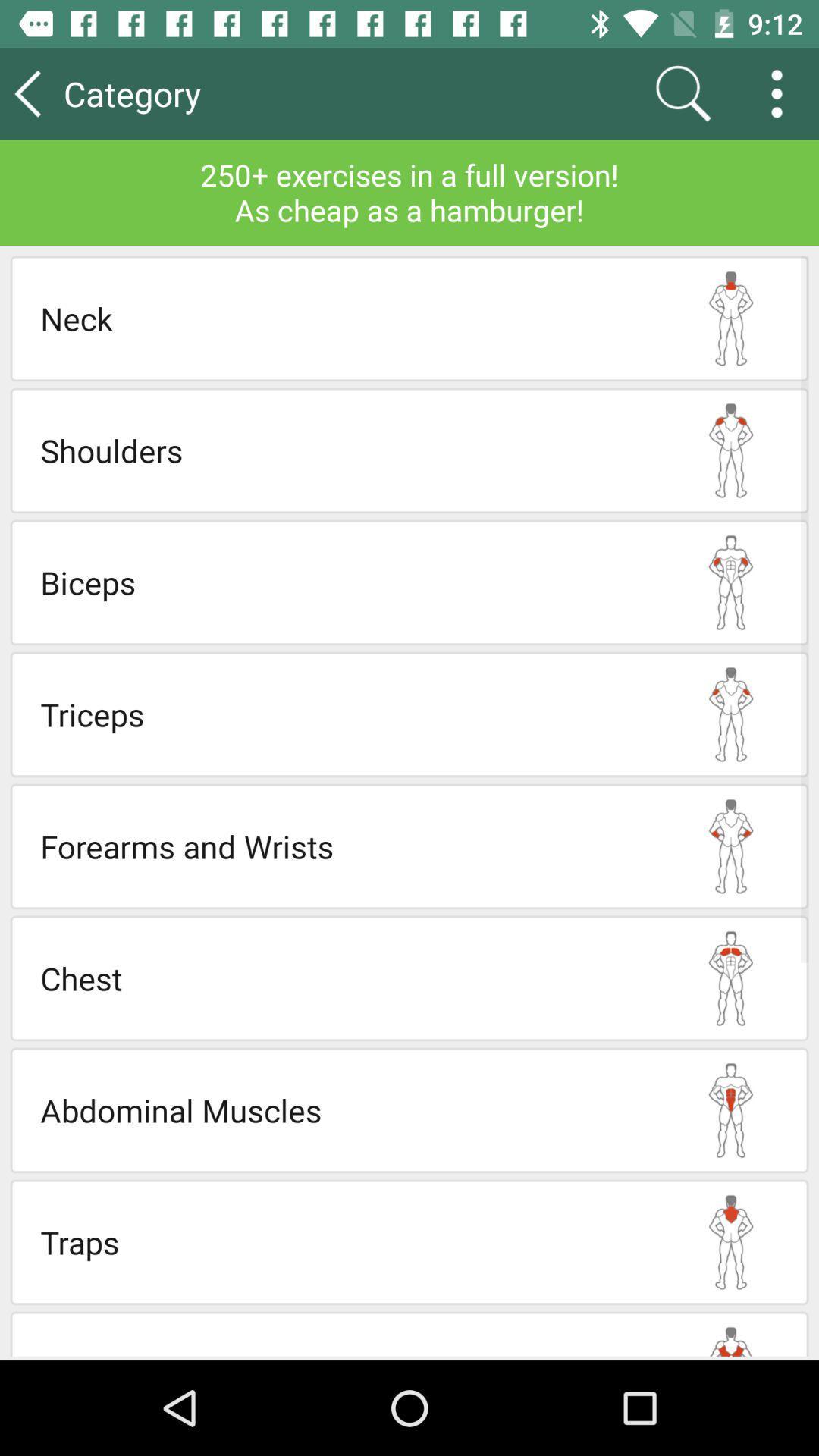  I want to click on abdominal muscles app, so click(347, 1110).